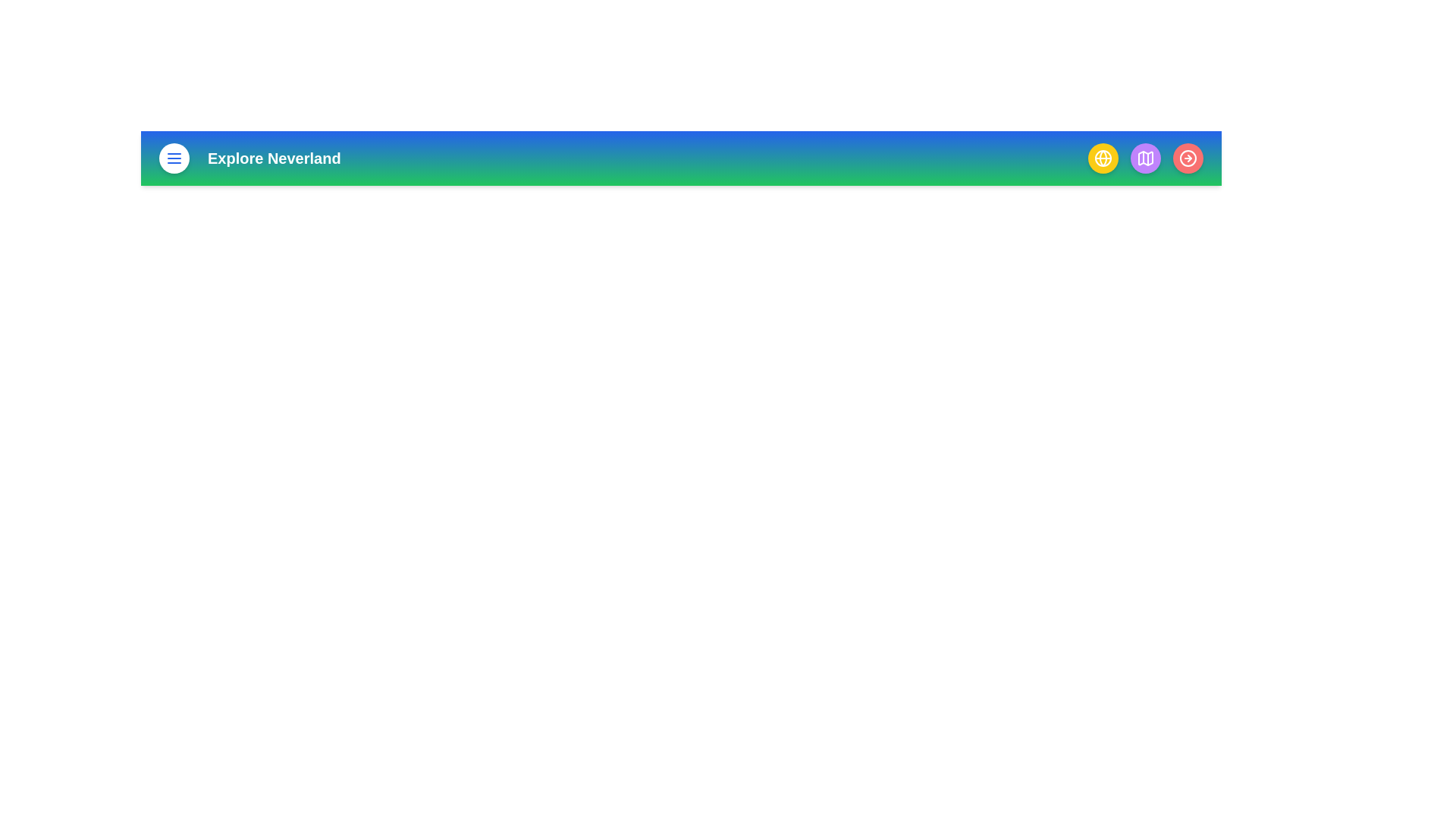 Image resolution: width=1456 pixels, height=819 pixels. What do you see at coordinates (174, 158) in the screenshot?
I see `the button with white color to view its hover effect` at bounding box center [174, 158].